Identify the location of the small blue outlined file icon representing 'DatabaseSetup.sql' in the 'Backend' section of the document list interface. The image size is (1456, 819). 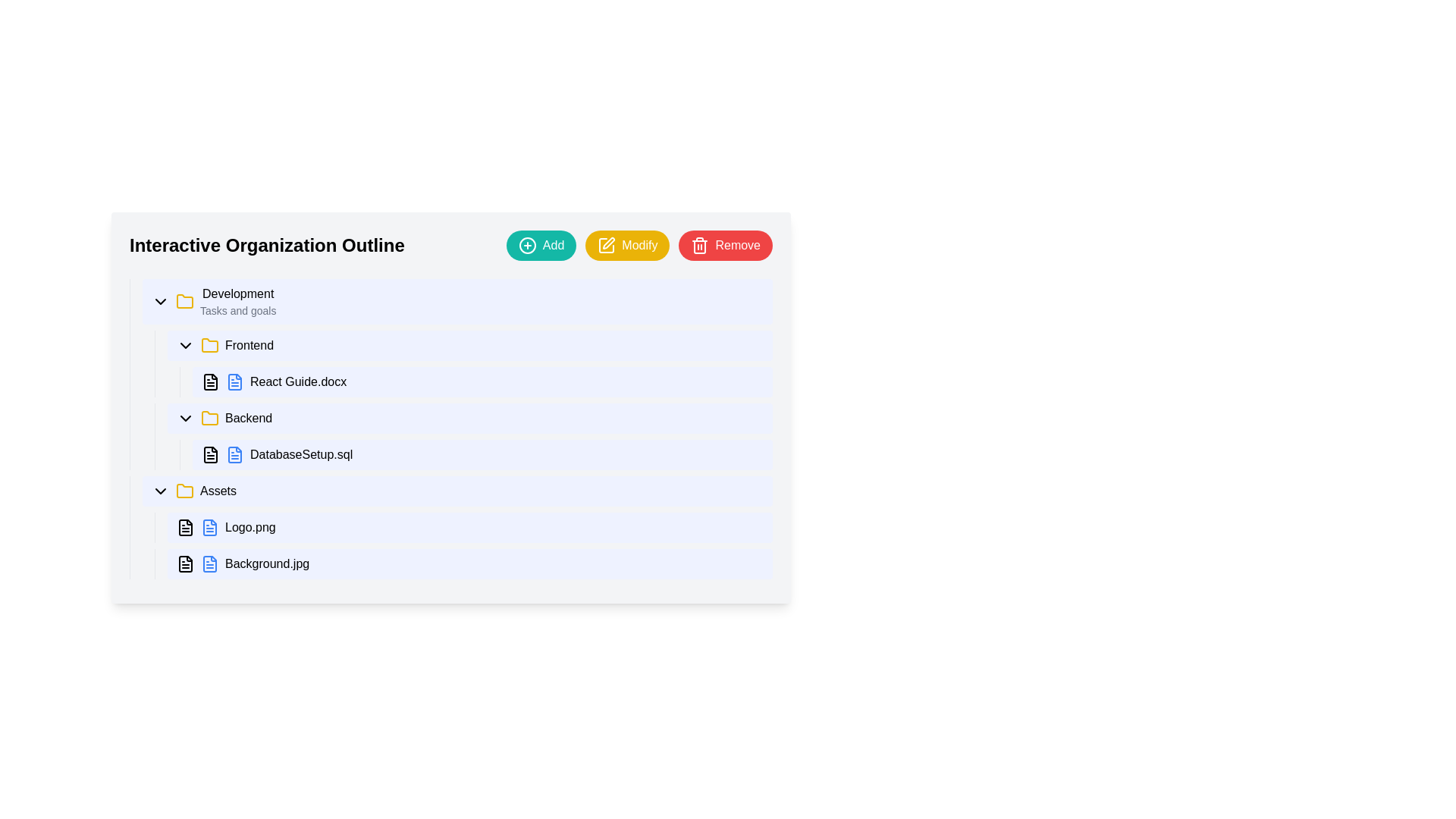
(234, 454).